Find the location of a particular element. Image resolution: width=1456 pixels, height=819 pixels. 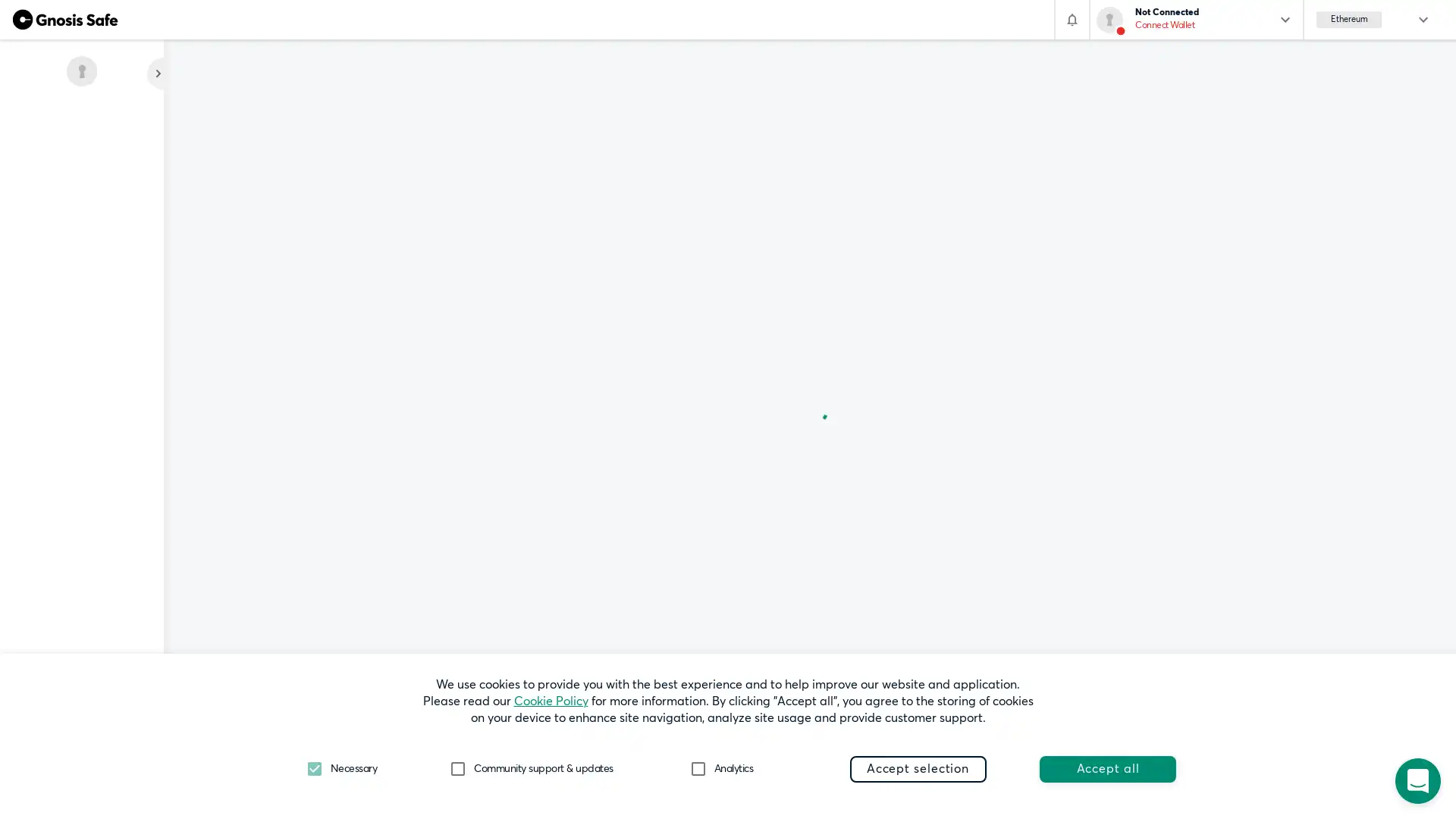

Accept selection is located at coordinates (916, 768).